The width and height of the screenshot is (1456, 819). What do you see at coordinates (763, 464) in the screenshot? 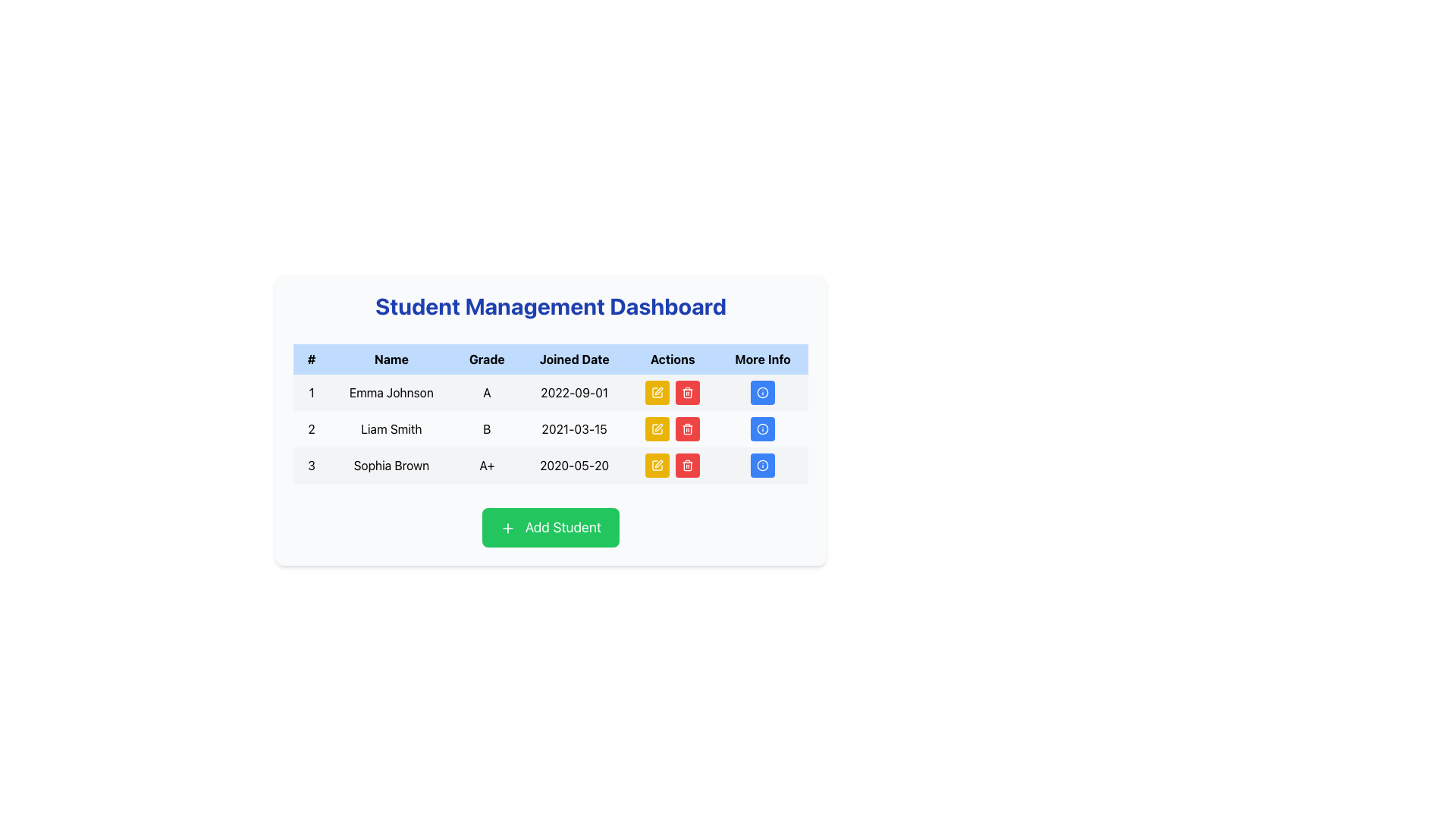
I see `the 'More Info' button in the last column of the third row for 'Sophia Brown'` at bounding box center [763, 464].